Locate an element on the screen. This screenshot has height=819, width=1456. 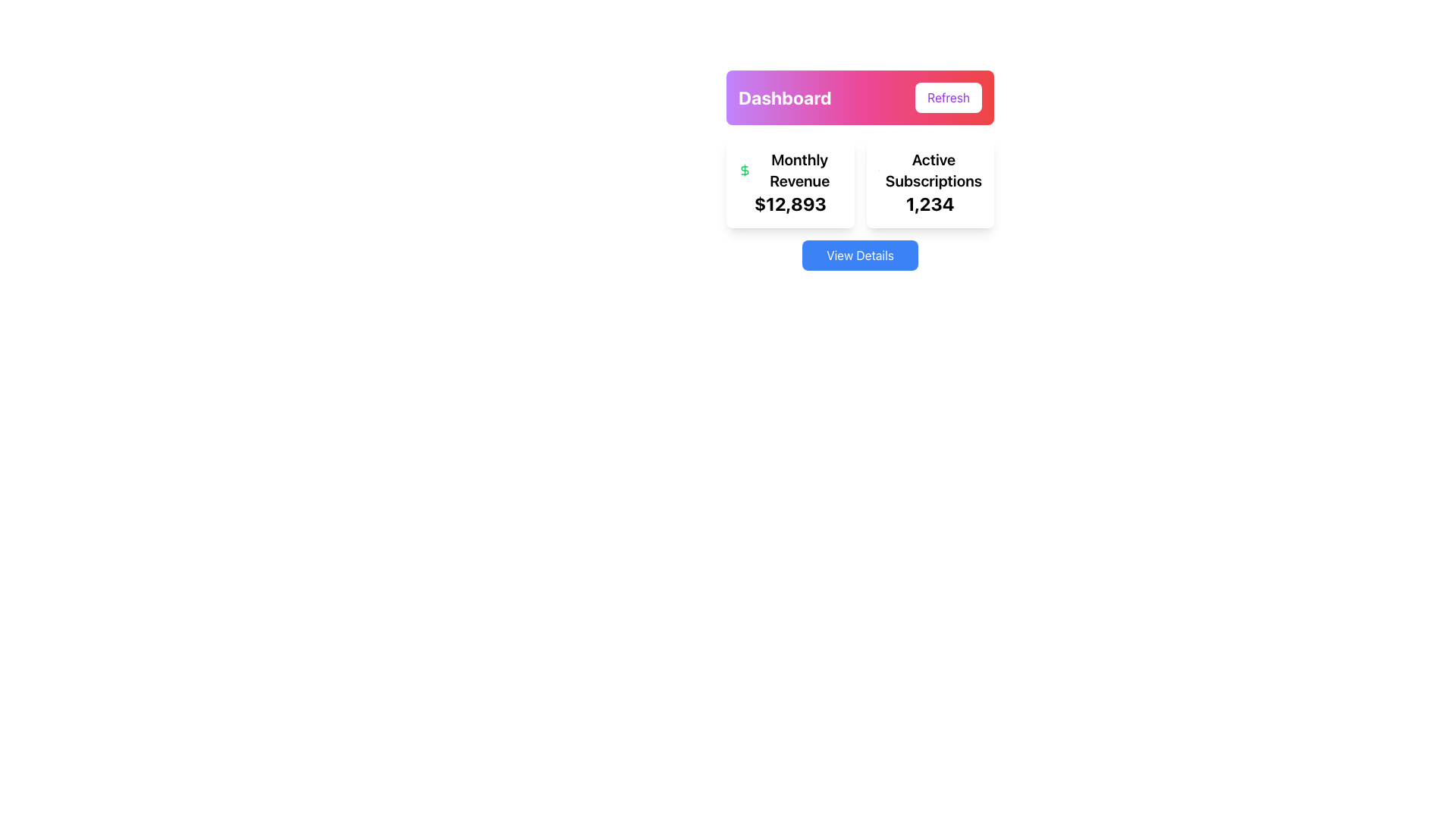
the chart icon representing active subscriptions located to the left of the 'Active Subscriptions' text in the dashboard card is located at coordinates (879, 170).